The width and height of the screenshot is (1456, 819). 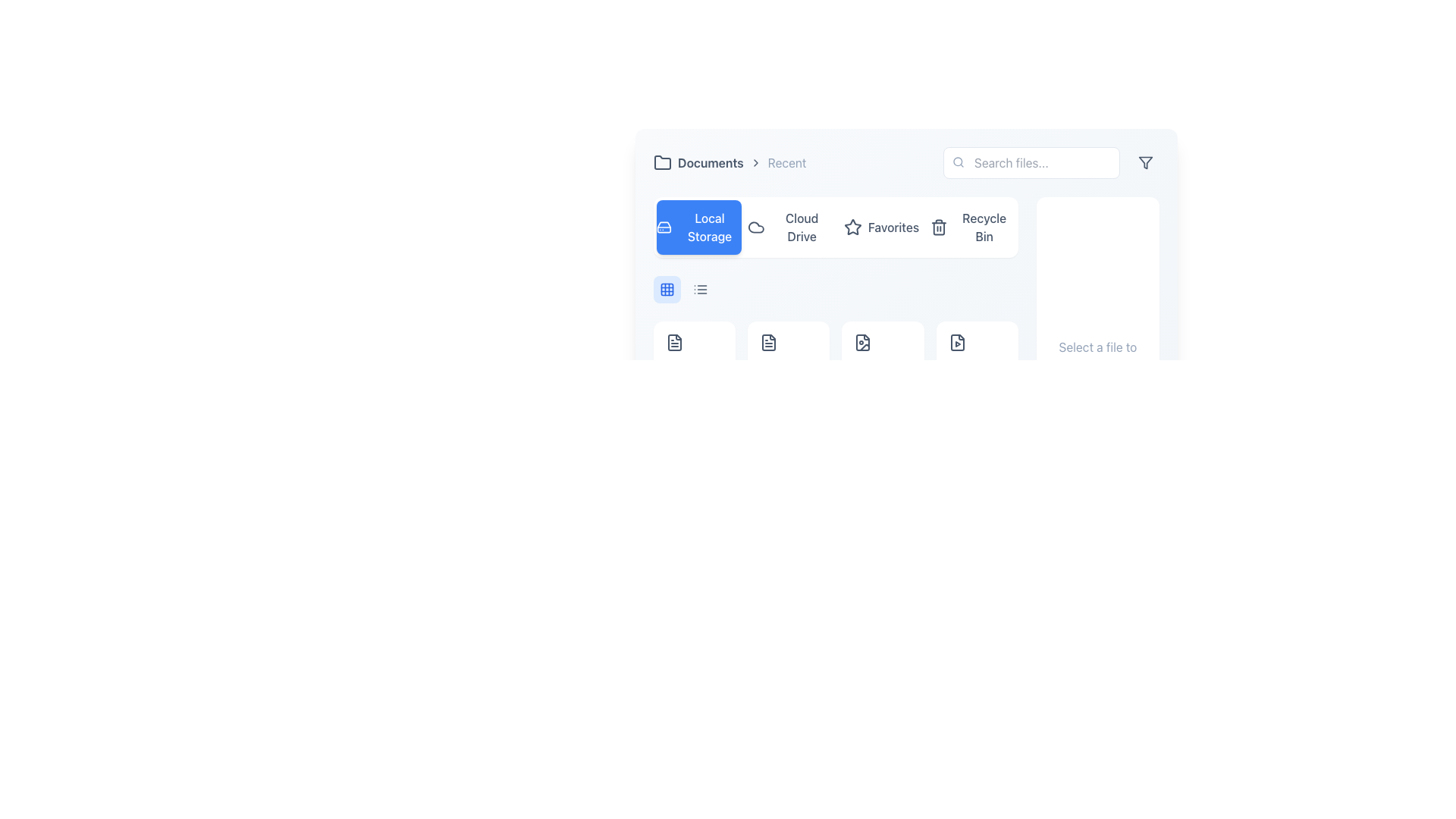 I want to click on the 'Recycle Bin' button, which is the fourth navigation button featuring a trash bin icon and a modern design, to activate its hover effect, so click(x=972, y=227).